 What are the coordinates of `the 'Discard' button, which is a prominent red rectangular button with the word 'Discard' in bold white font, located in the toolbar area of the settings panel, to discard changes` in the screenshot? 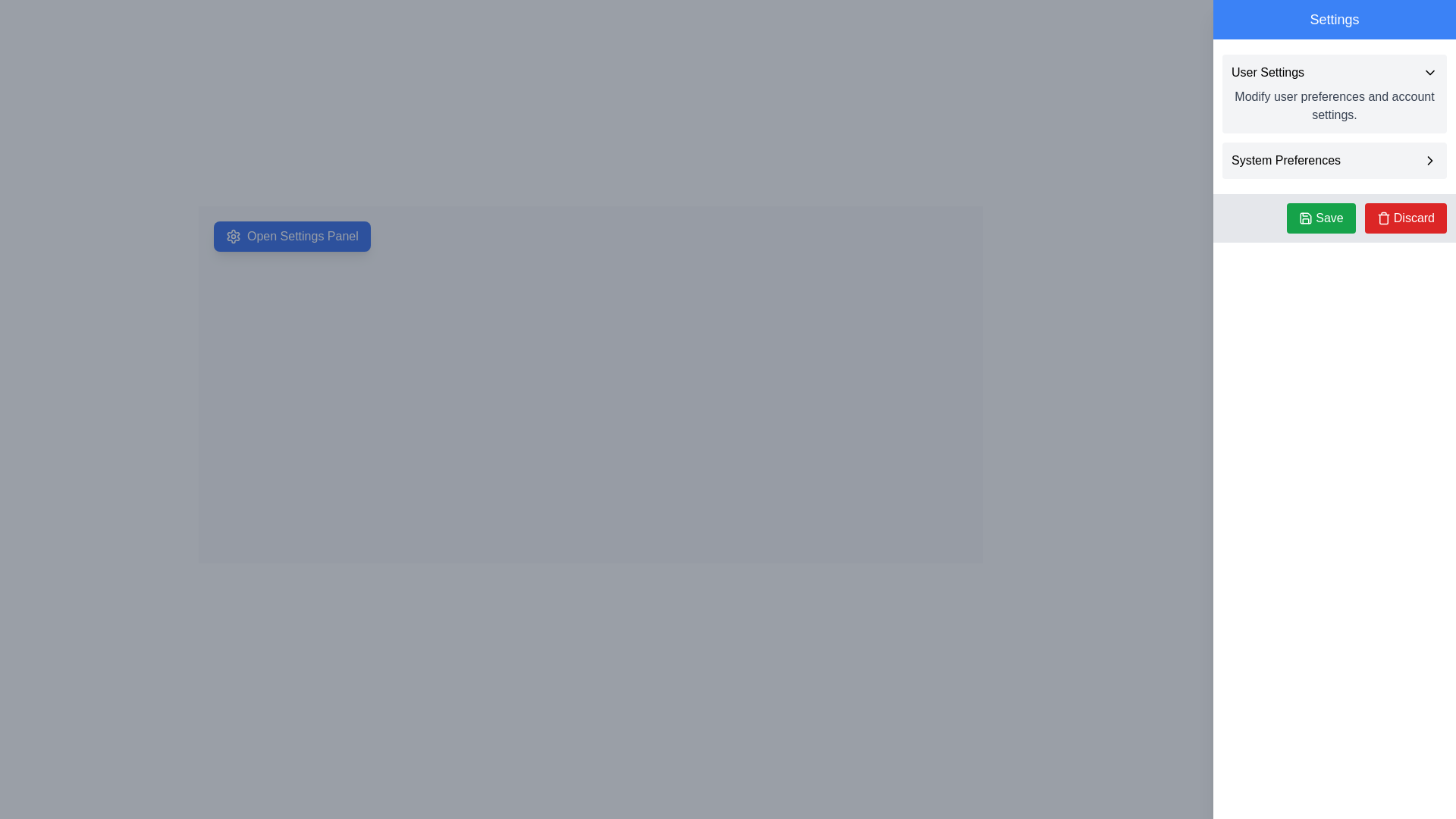 It's located at (1413, 218).